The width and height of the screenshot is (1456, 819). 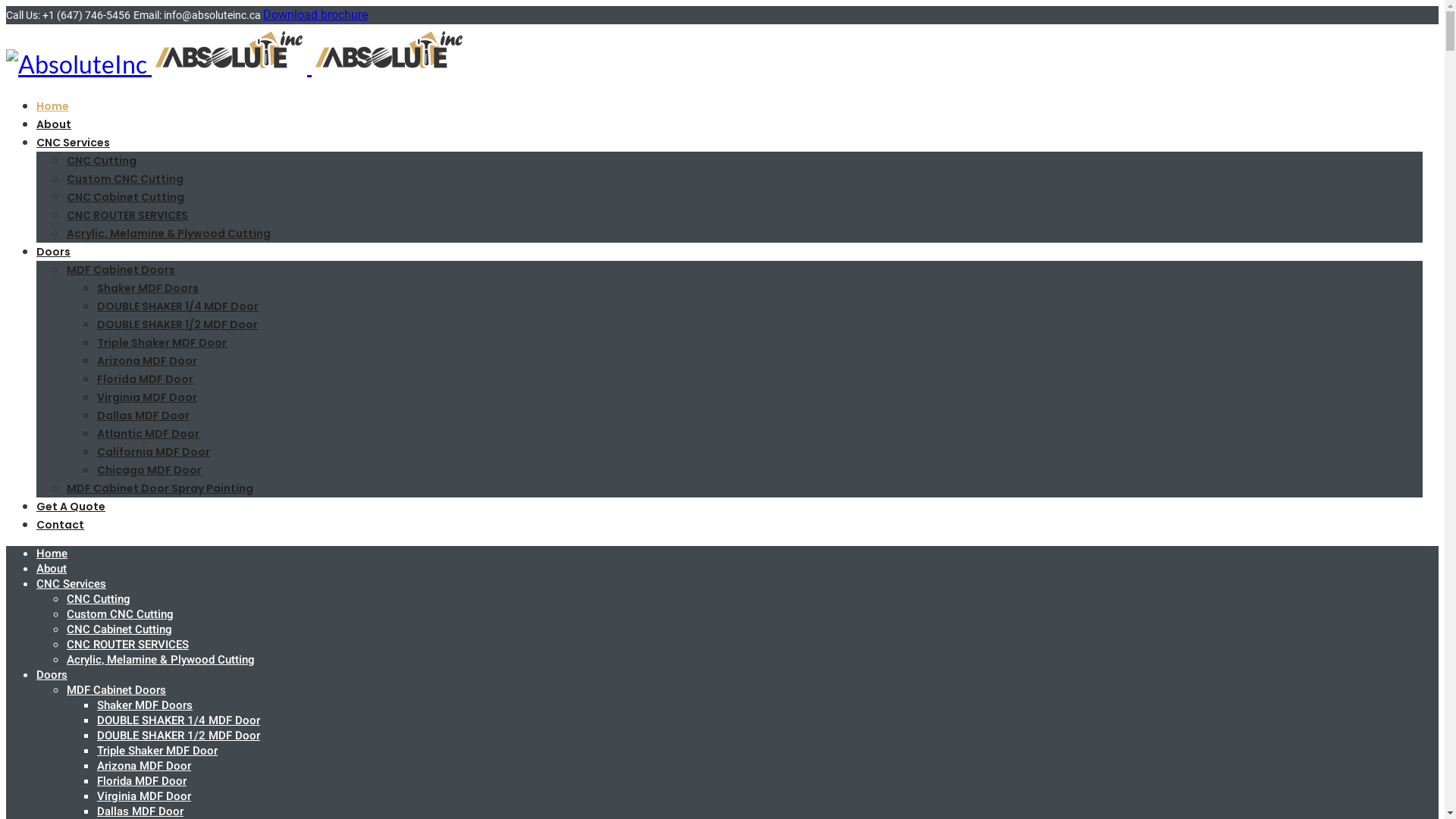 What do you see at coordinates (36, 568) in the screenshot?
I see `'About'` at bounding box center [36, 568].